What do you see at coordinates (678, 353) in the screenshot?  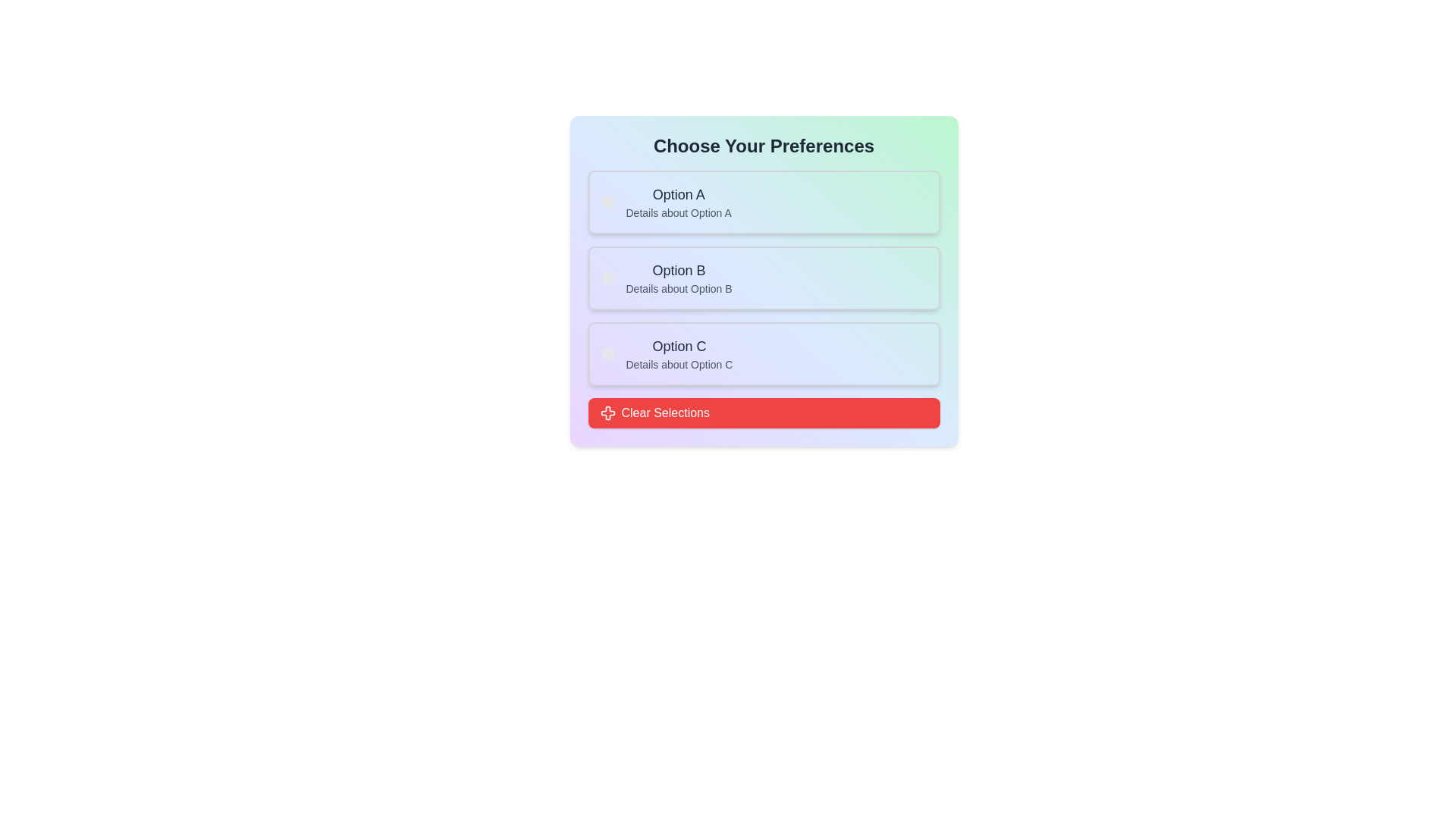 I see `text from the Text block labeled 'Option C', which is the third option in a vertically stacked list, located towards the bottom-middle of the interface` at bounding box center [678, 353].